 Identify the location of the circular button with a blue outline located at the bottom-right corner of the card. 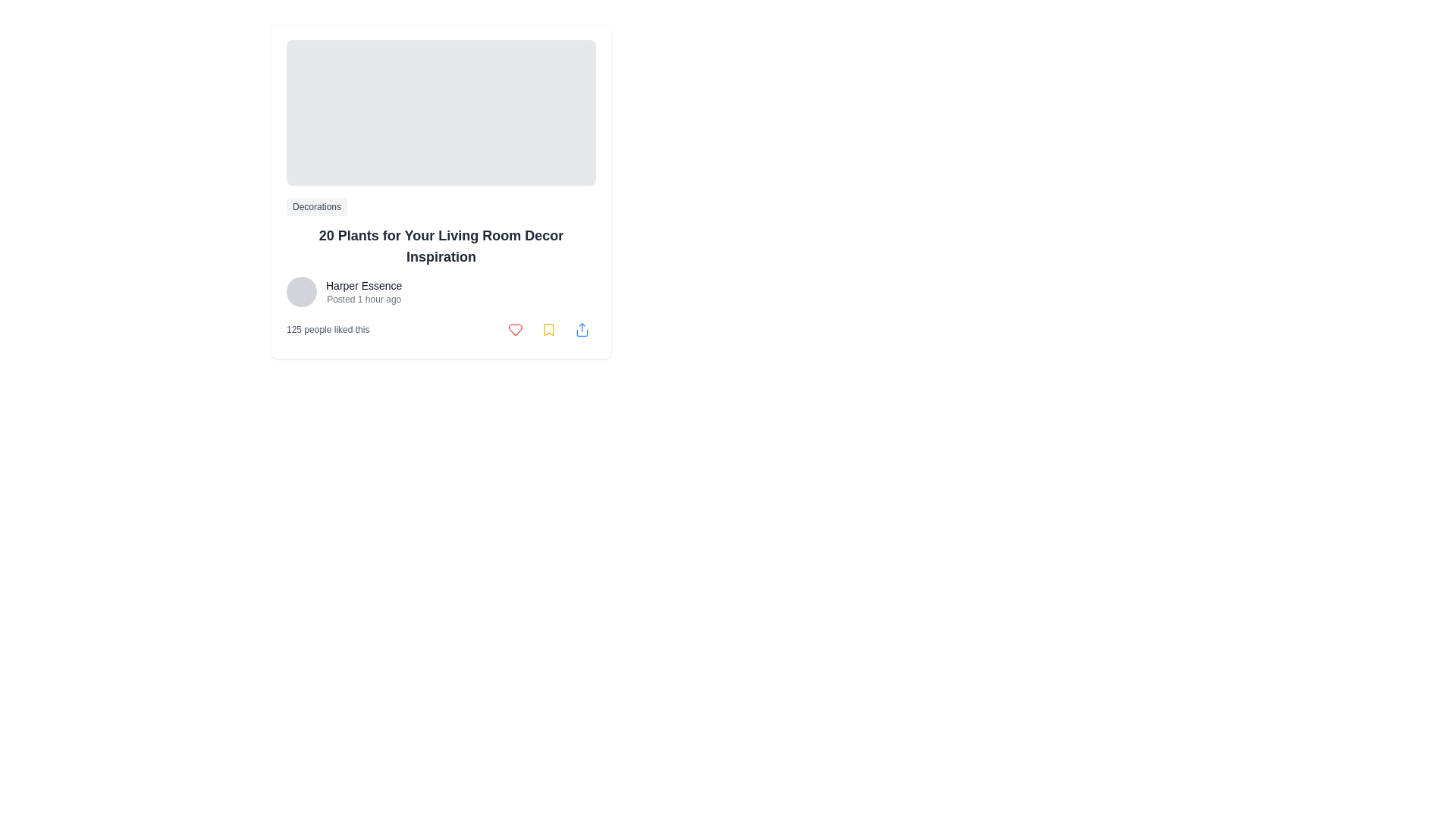
(582, 329).